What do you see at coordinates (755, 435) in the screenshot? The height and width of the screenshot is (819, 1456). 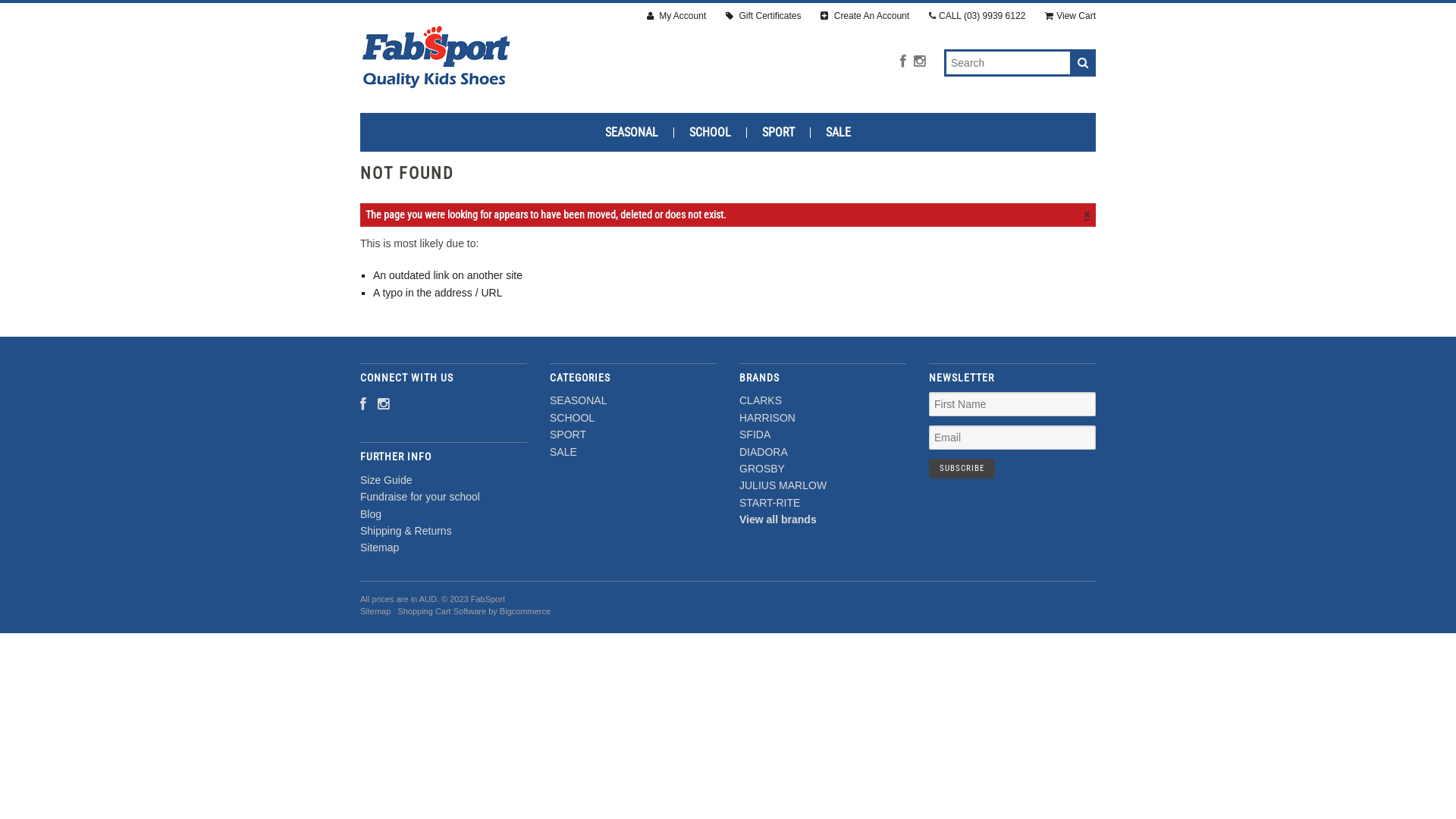 I see `'SFIDA'` at bounding box center [755, 435].